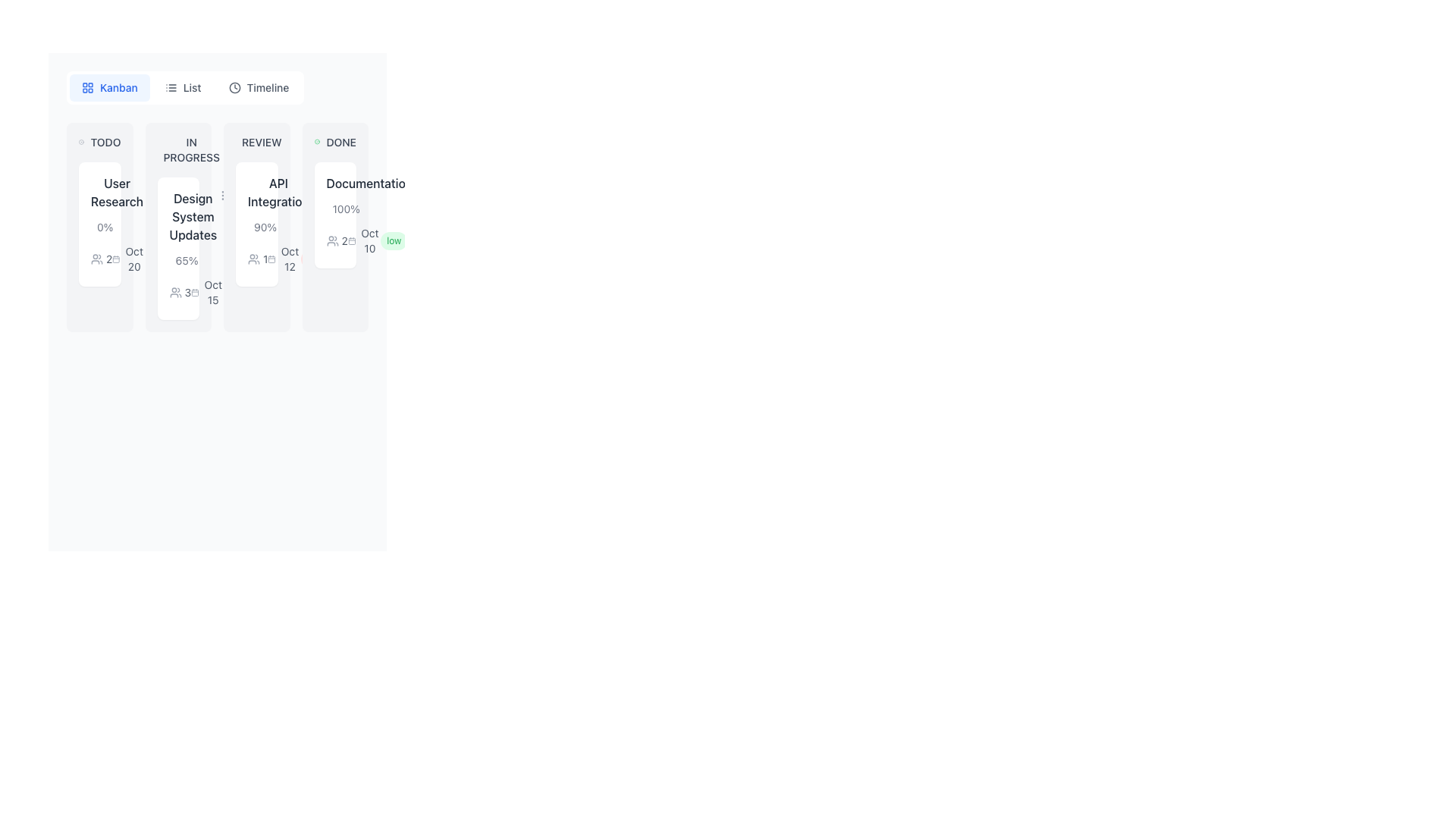 The height and width of the screenshot is (819, 1456). Describe the element at coordinates (80, 143) in the screenshot. I see `the small, circular gray dot icon with a thin outline positioned to the left of the 'TODO' text in the Kanban board structure` at that location.